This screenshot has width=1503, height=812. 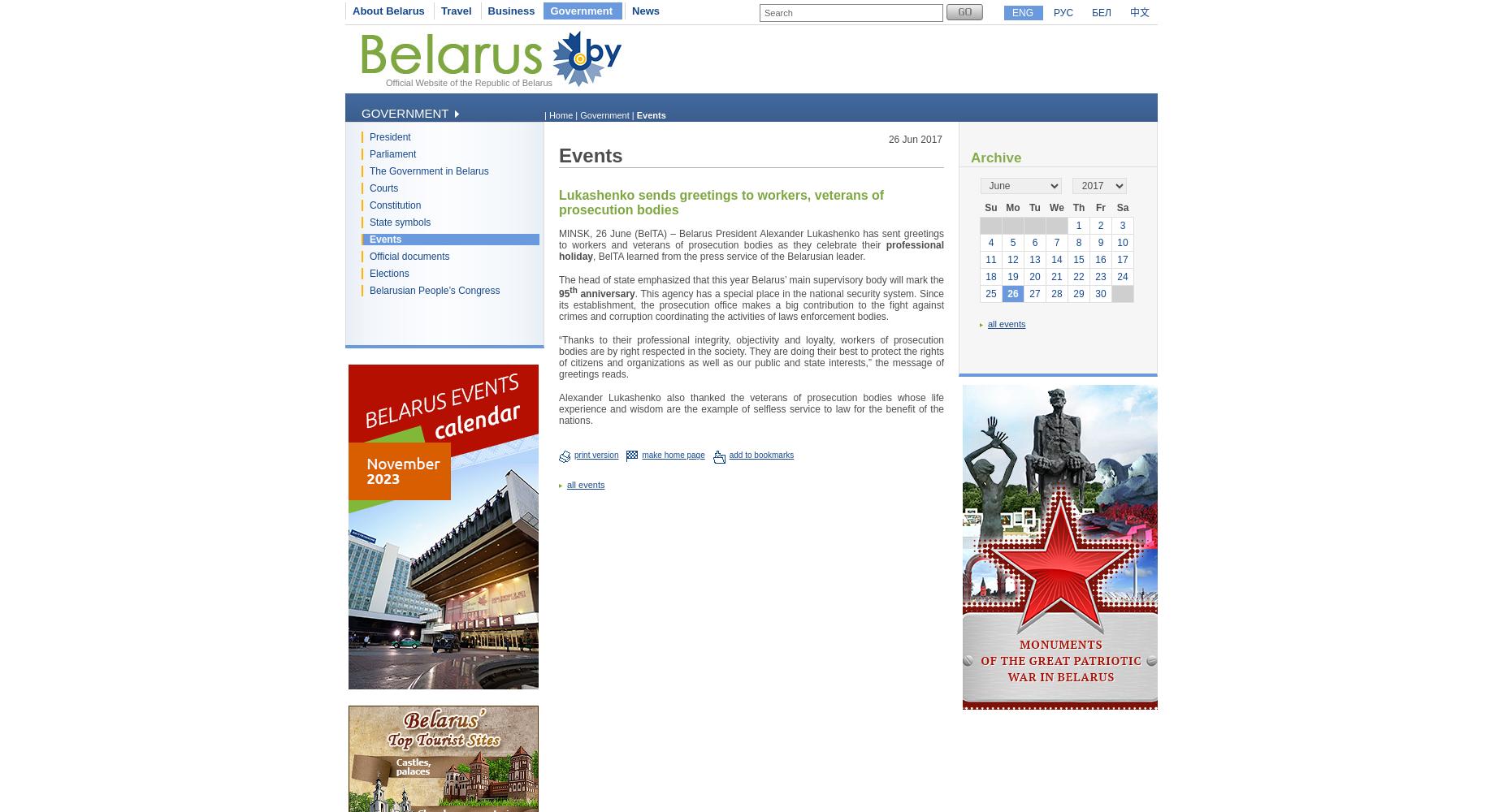 What do you see at coordinates (1094, 259) in the screenshot?
I see `'16'` at bounding box center [1094, 259].